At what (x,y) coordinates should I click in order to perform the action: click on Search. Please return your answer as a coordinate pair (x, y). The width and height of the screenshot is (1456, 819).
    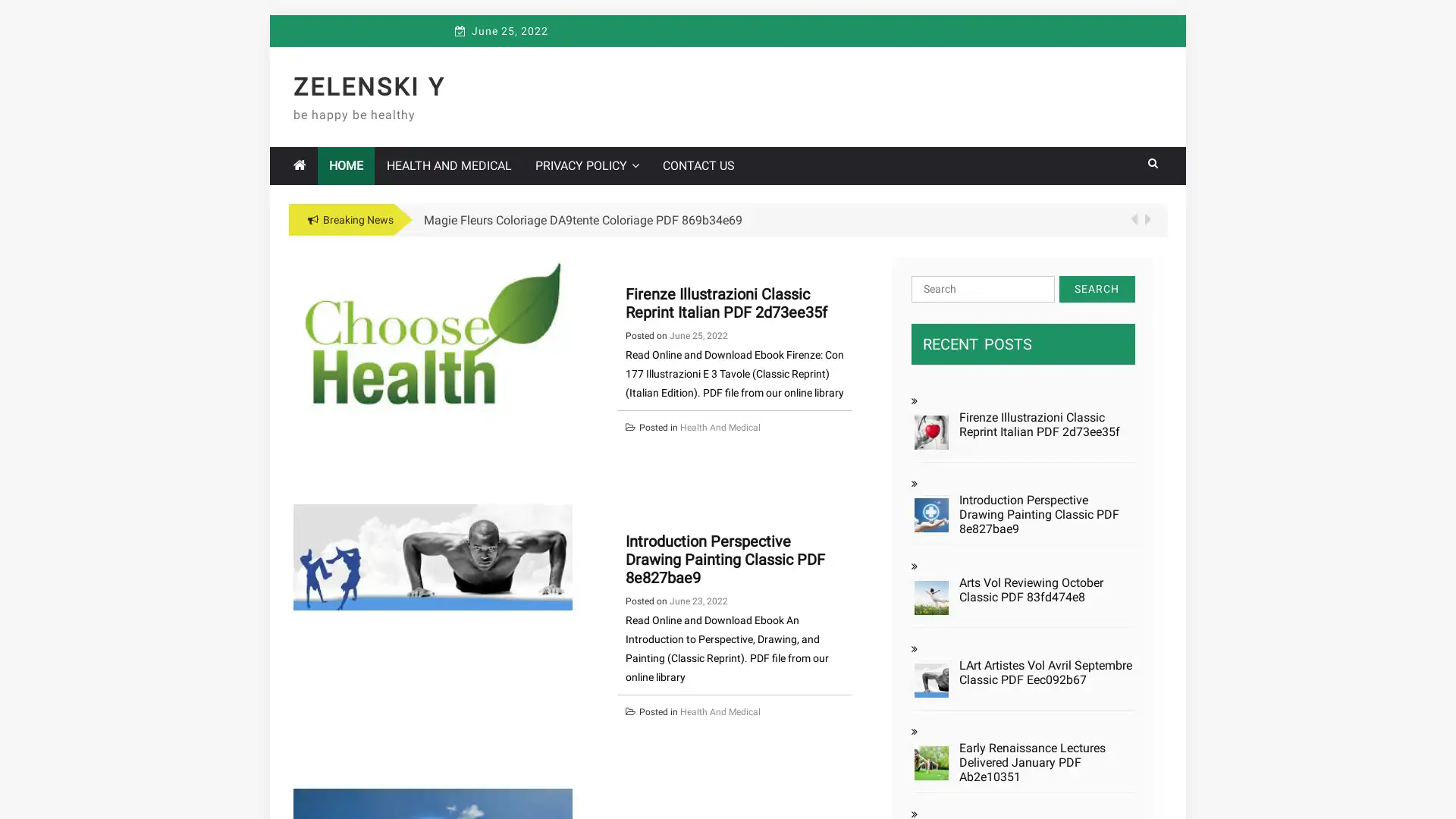
    Looking at the image, I should click on (1096, 288).